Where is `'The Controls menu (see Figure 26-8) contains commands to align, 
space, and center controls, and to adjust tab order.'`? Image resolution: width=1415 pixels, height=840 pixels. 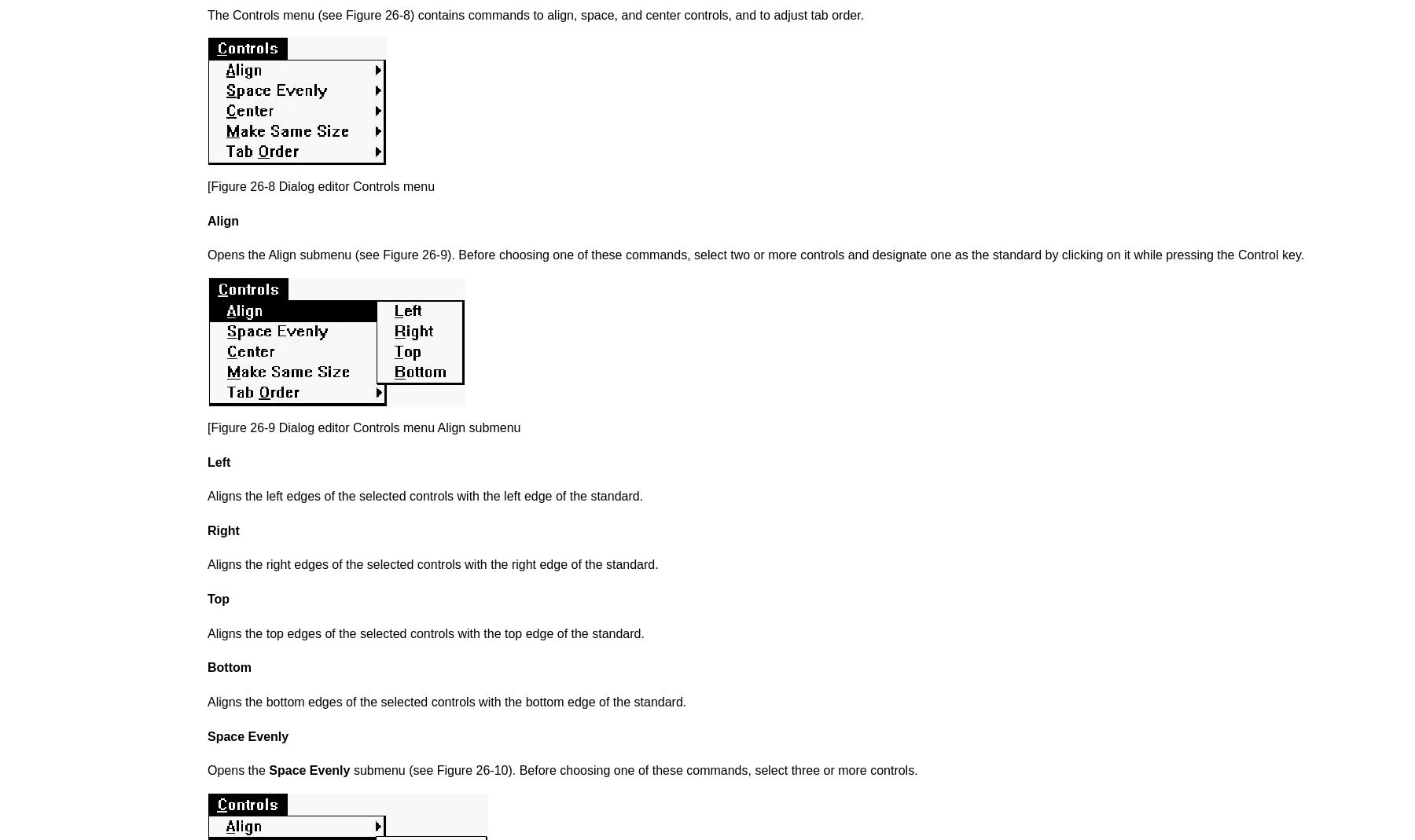
'The Controls menu (see Figure 26-8) contains commands to align, 
space, and center controls, and to adjust tab order.' is located at coordinates (207, 13).